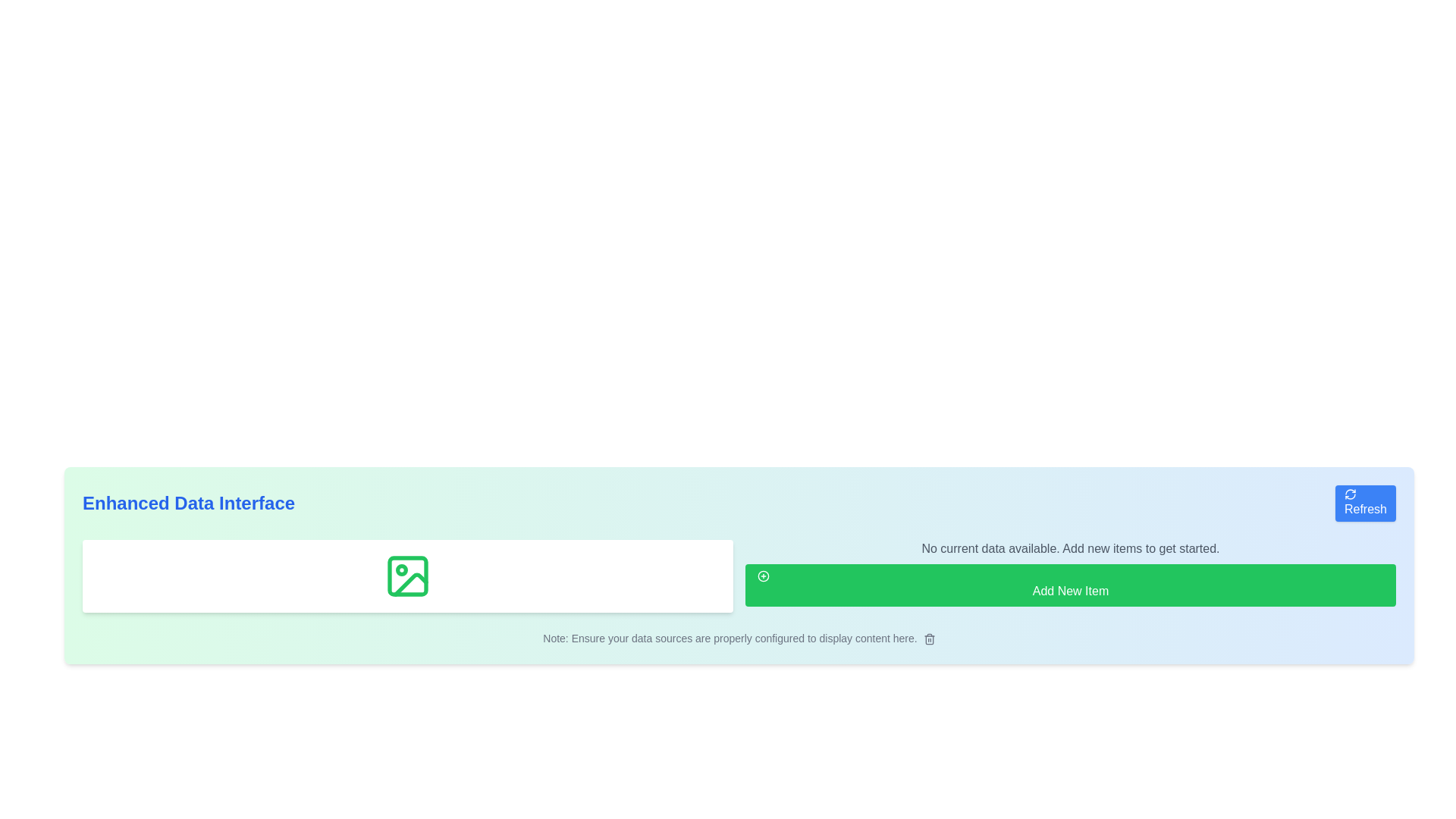  Describe the element at coordinates (1069, 576) in the screenshot. I see `the 'Add New Item' button, which is part of a call-to-action component located in the upper right section of the central content area` at that location.